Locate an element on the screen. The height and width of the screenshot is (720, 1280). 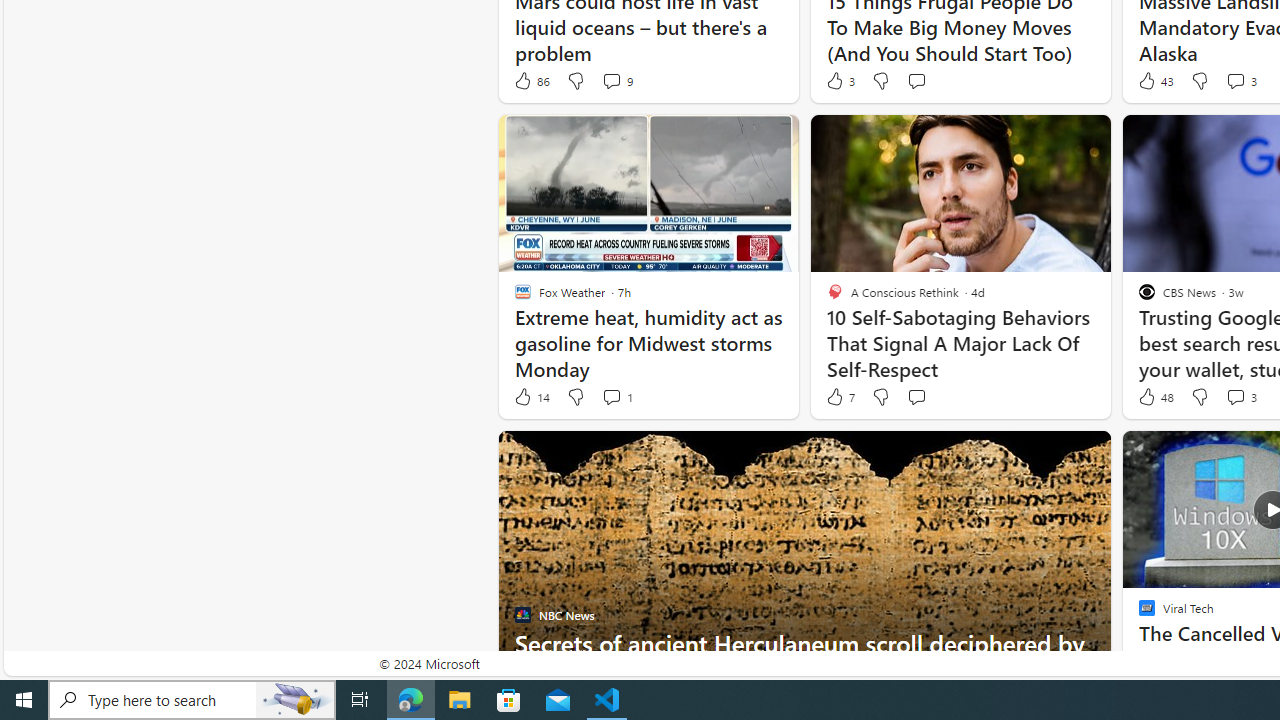
'Hide this story' is located at coordinates (1049, 455).